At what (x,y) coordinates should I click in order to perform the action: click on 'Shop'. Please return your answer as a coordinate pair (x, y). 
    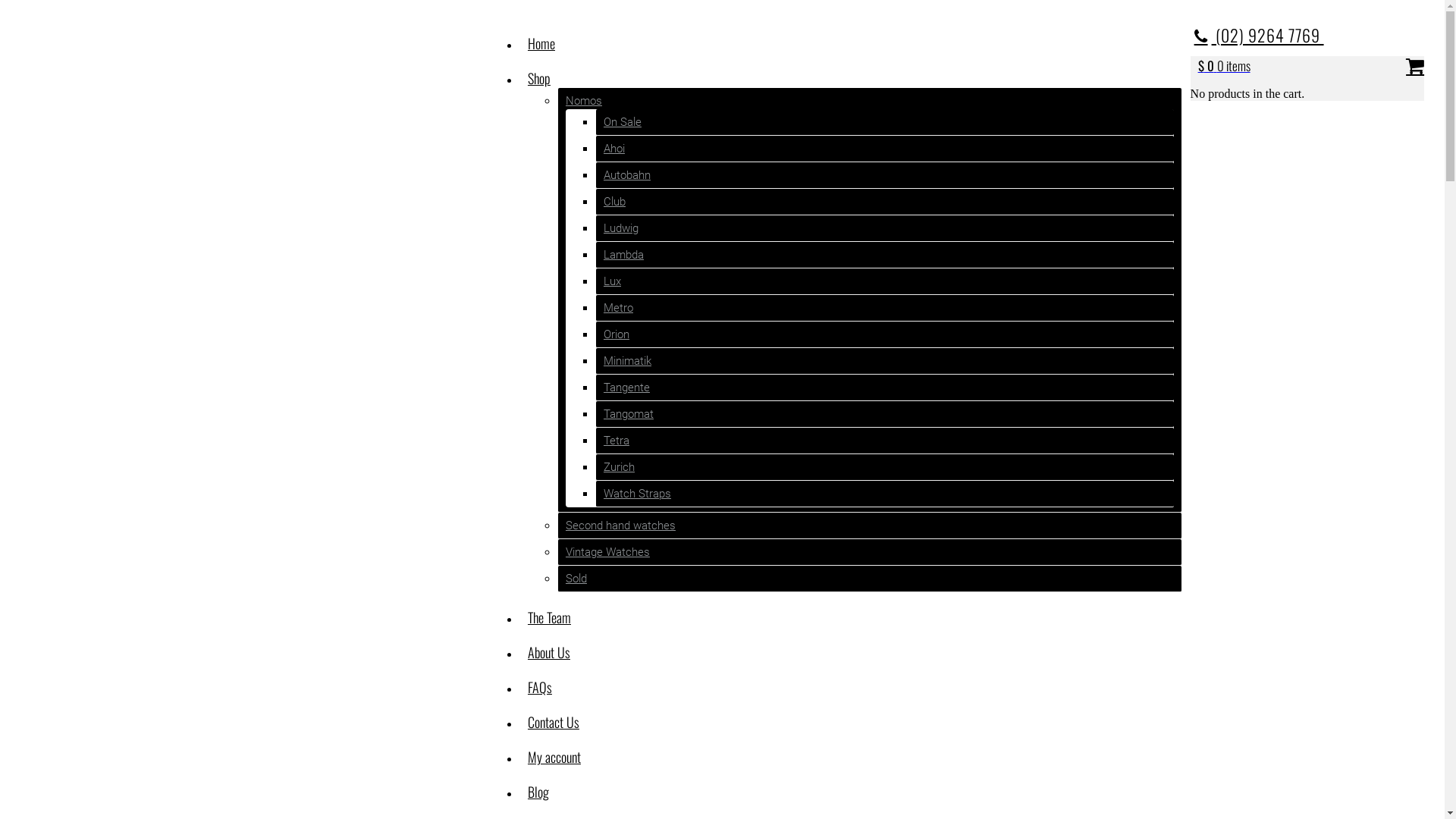
    Looking at the image, I should click on (538, 78).